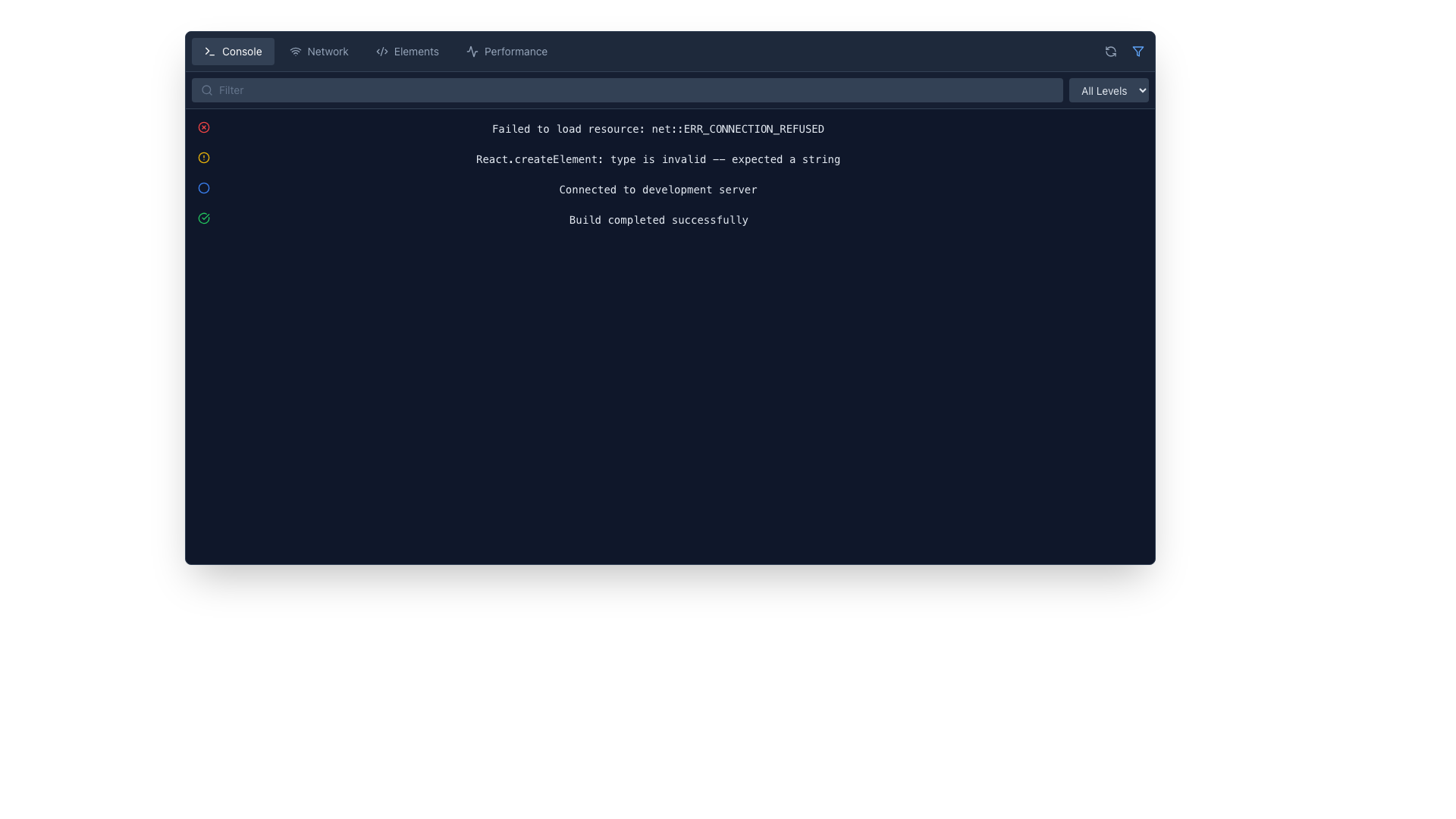  What do you see at coordinates (232, 51) in the screenshot?
I see `the navigation button located on the far left of the horizontal navigation bar` at bounding box center [232, 51].